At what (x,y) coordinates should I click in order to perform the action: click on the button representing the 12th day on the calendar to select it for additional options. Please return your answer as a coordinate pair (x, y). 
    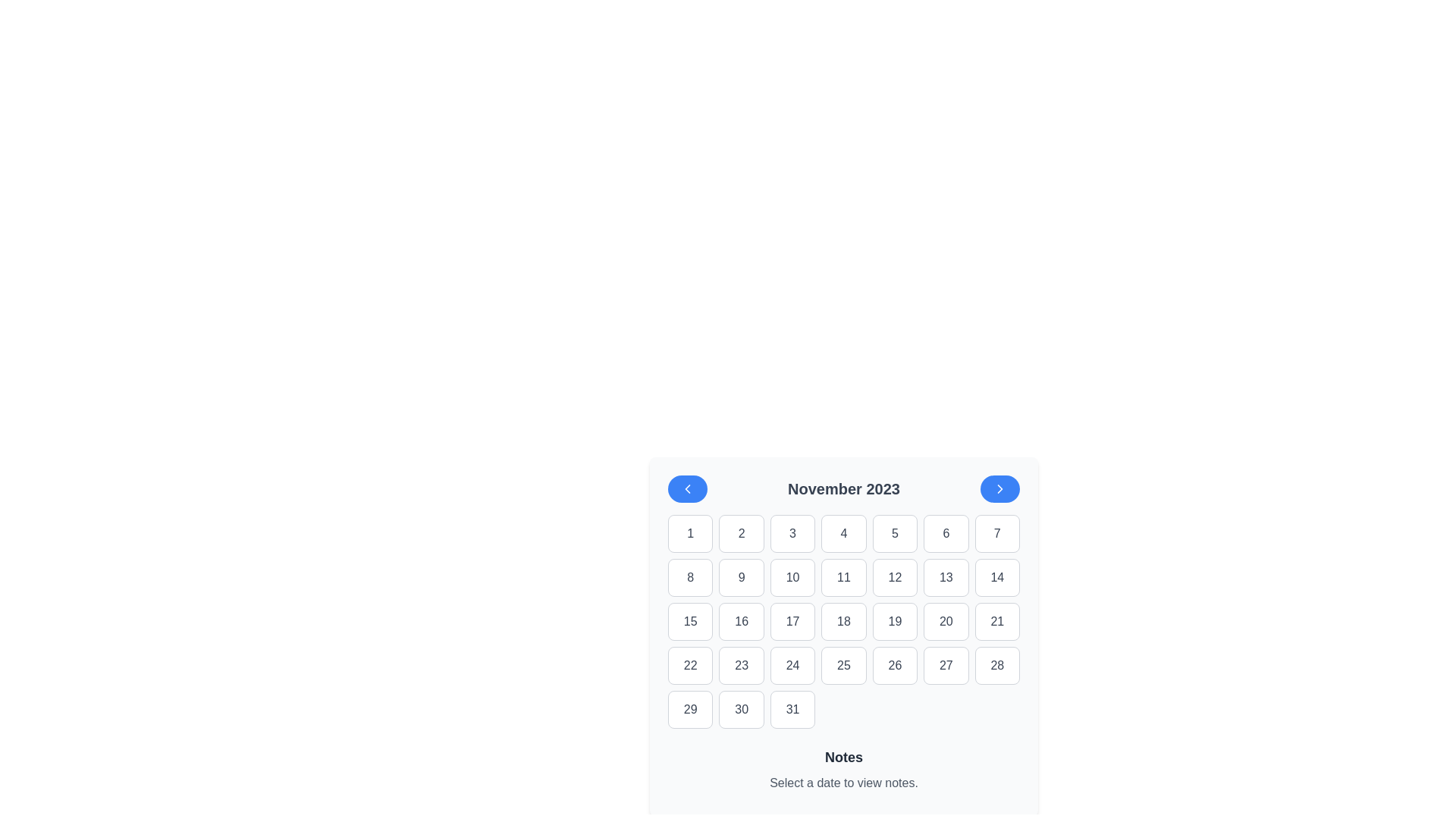
    Looking at the image, I should click on (895, 578).